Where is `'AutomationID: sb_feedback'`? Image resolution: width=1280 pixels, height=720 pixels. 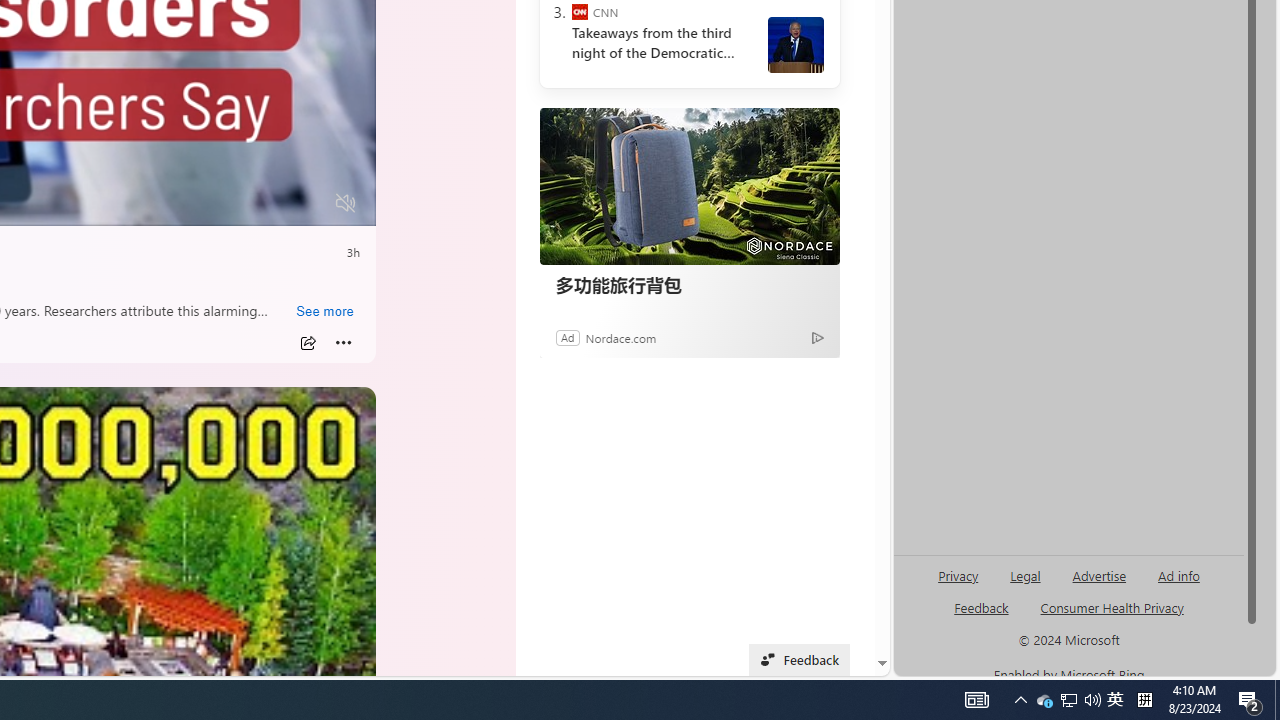 'AutomationID: sb_feedback' is located at coordinates (981, 606).